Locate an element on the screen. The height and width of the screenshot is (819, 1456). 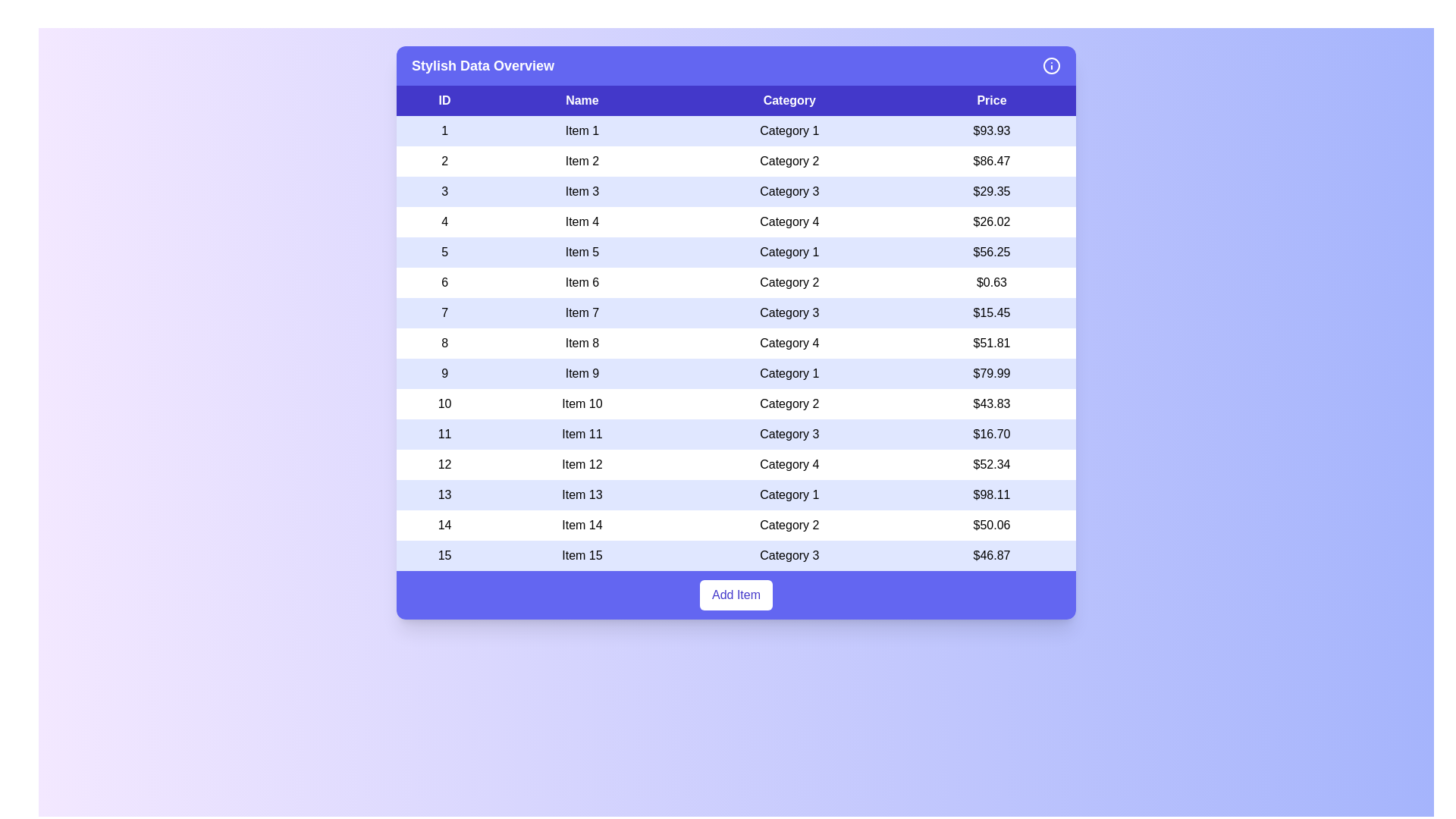
'Add Item' button to perform the intended action is located at coordinates (736, 595).